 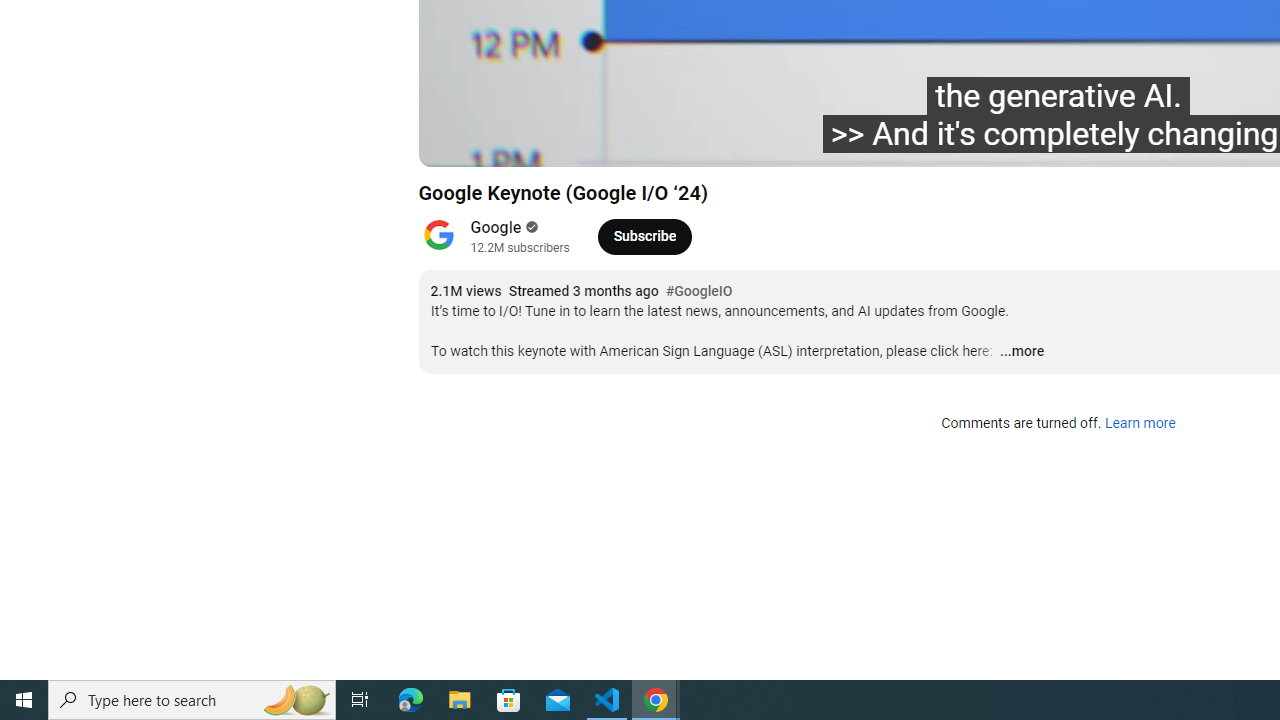 I want to click on '...more', so click(x=1021, y=351).